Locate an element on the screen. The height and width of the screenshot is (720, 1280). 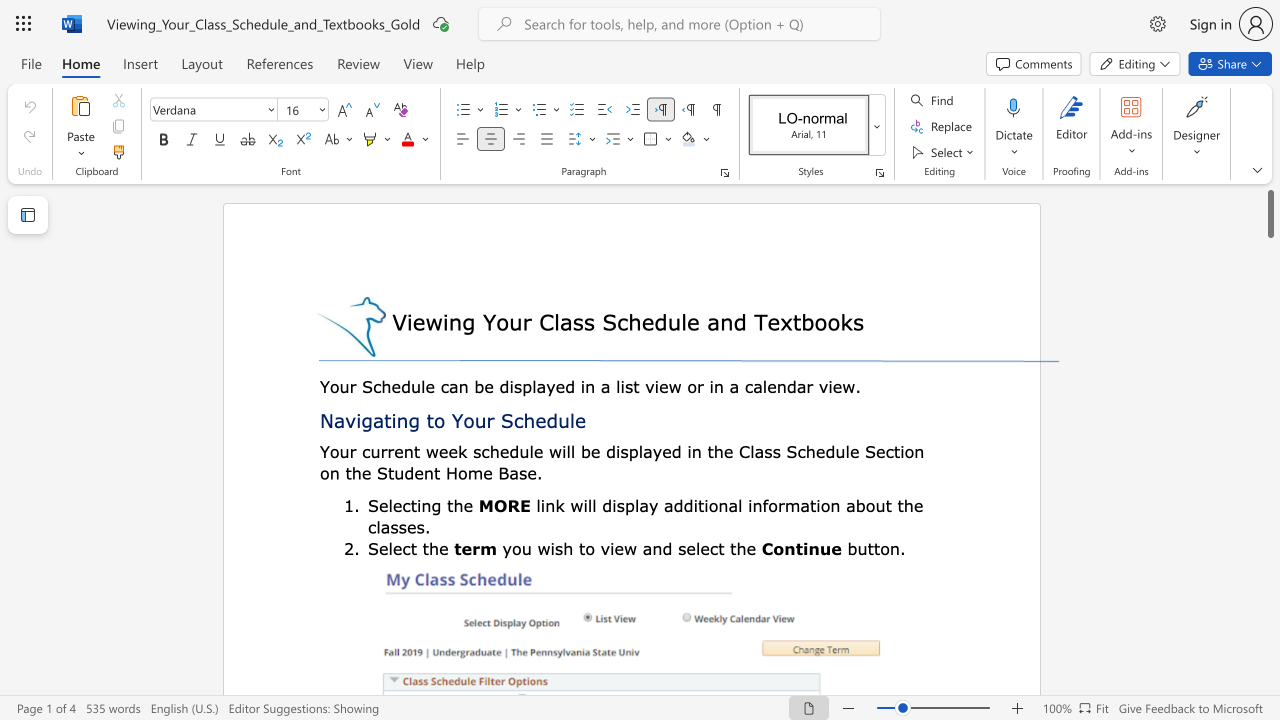
the vertical scrollbar to lower the page content is located at coordinates (1269, 498).